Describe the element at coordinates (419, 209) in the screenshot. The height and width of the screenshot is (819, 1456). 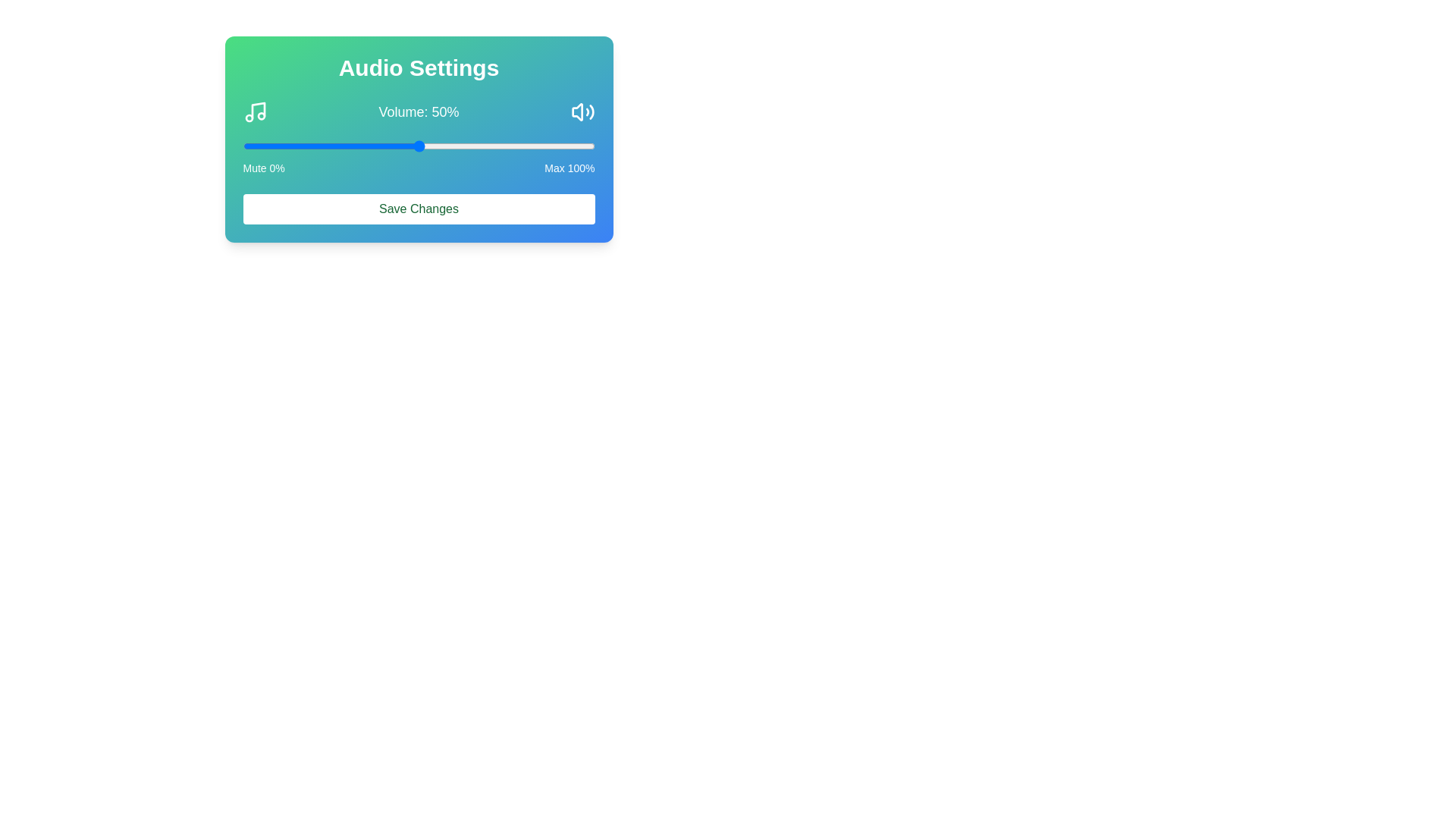
I see `'Save Changes' button` at that location.